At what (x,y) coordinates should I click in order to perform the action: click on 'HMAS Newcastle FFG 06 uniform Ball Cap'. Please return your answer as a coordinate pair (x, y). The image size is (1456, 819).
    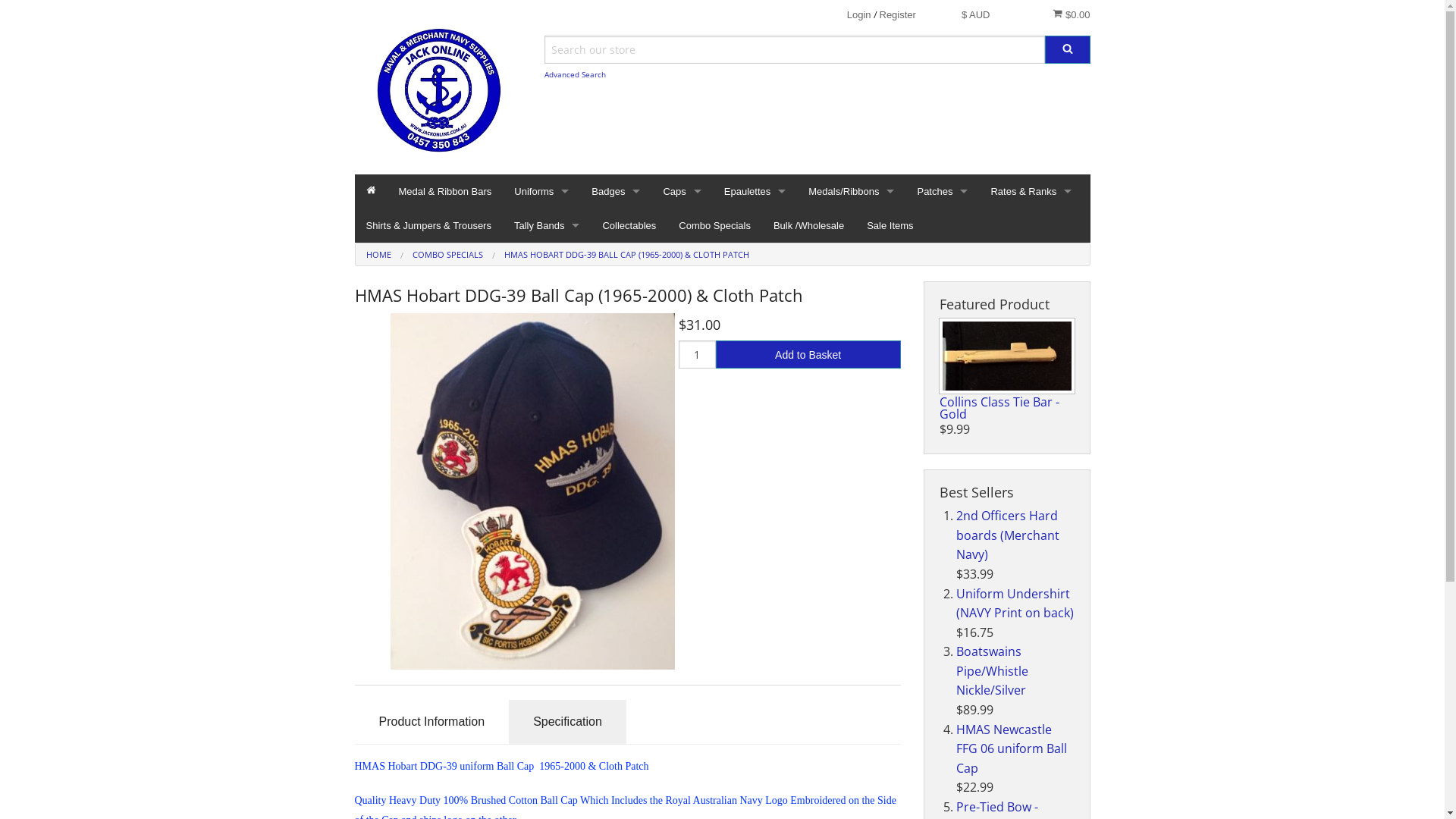
    Looking at the image, I should click on (955, 748).